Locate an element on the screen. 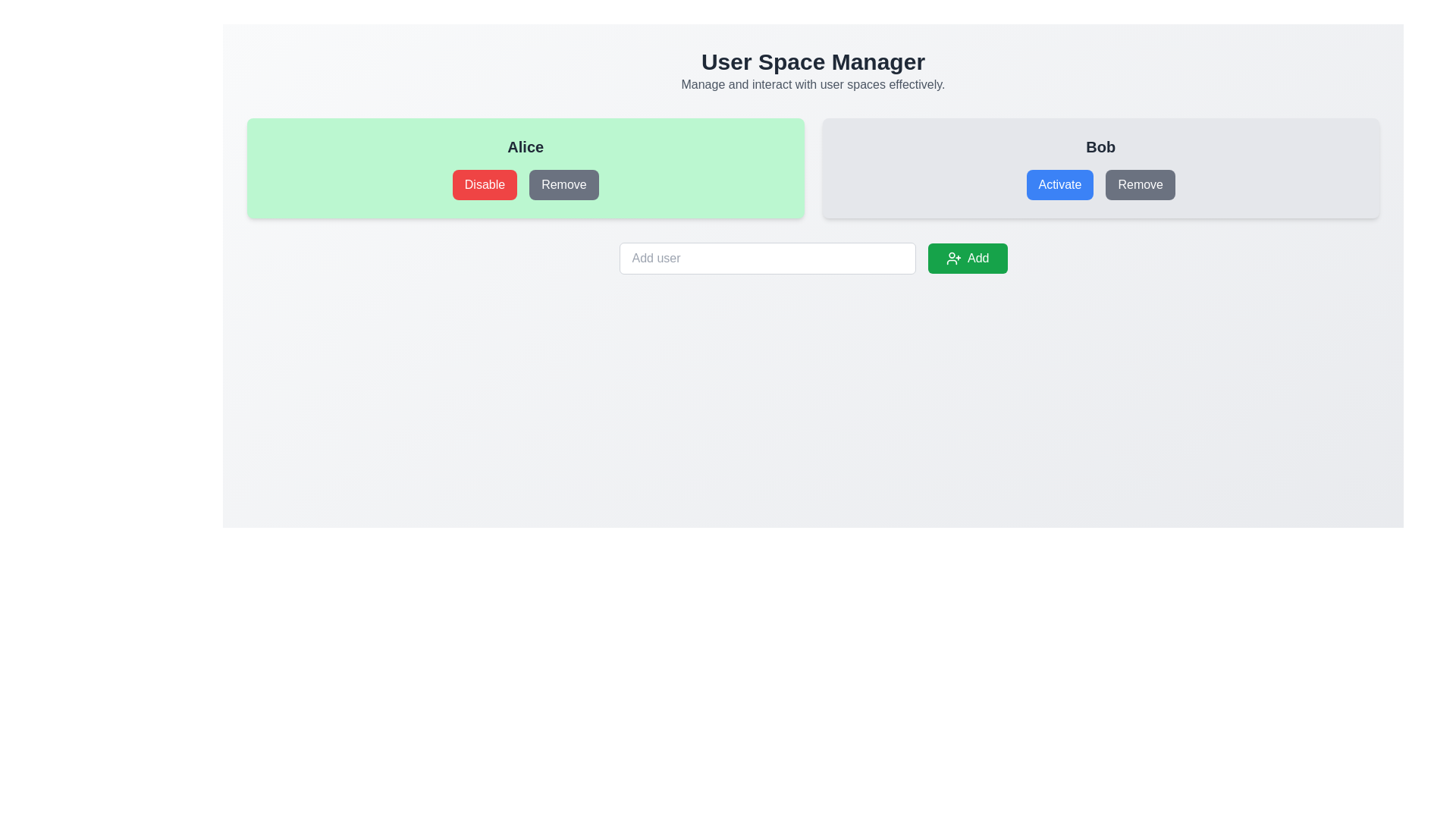 Image resolution: width=1456 pixels, height=819 pixels. the explanatory subtitle located directly below the 'User Space Manager' heading, which provides additional context or instructions about its functionality is located at coordinates (812, 84).